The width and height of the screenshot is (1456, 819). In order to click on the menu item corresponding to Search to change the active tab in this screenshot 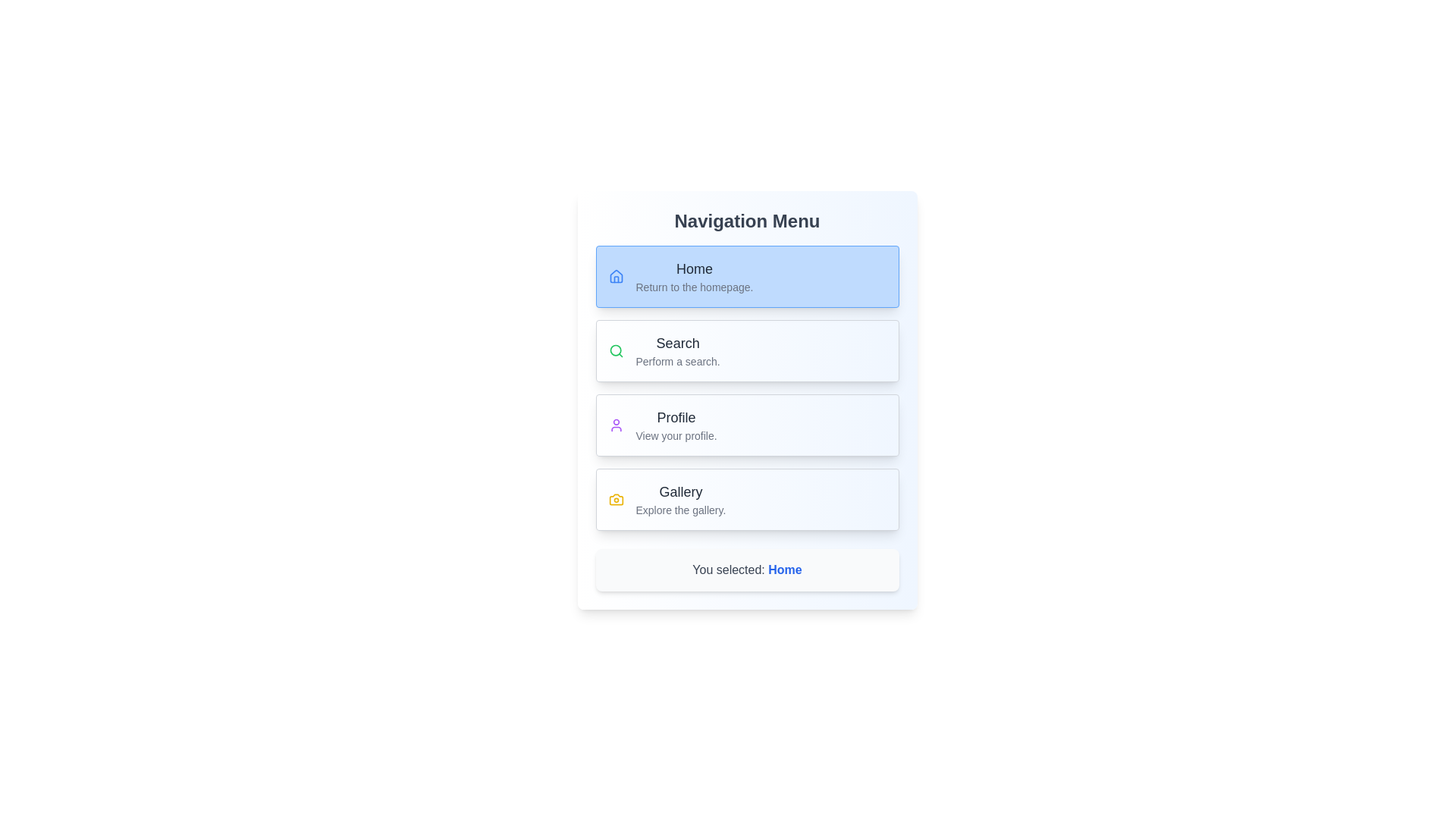, I will do `click(747, 350)`.